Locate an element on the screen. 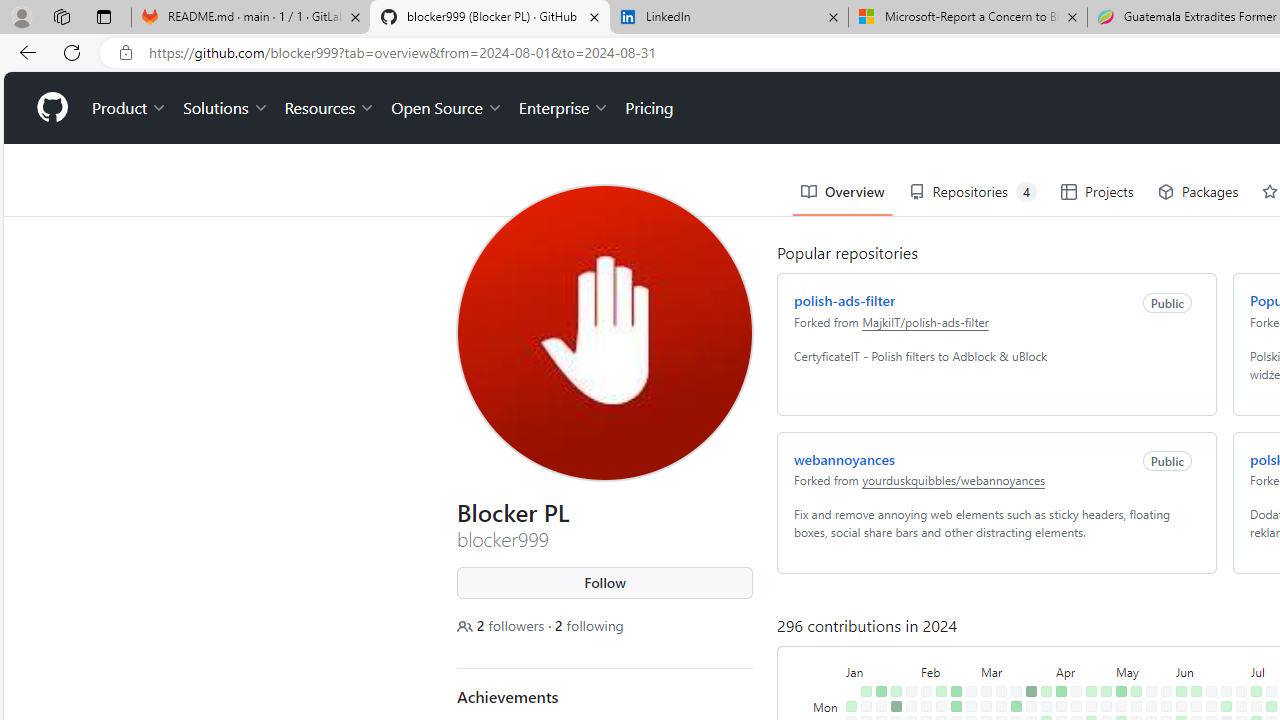 The image size is (1280, 720). 'No contributions on April 14th.' is located at coordinates (1075, 690).